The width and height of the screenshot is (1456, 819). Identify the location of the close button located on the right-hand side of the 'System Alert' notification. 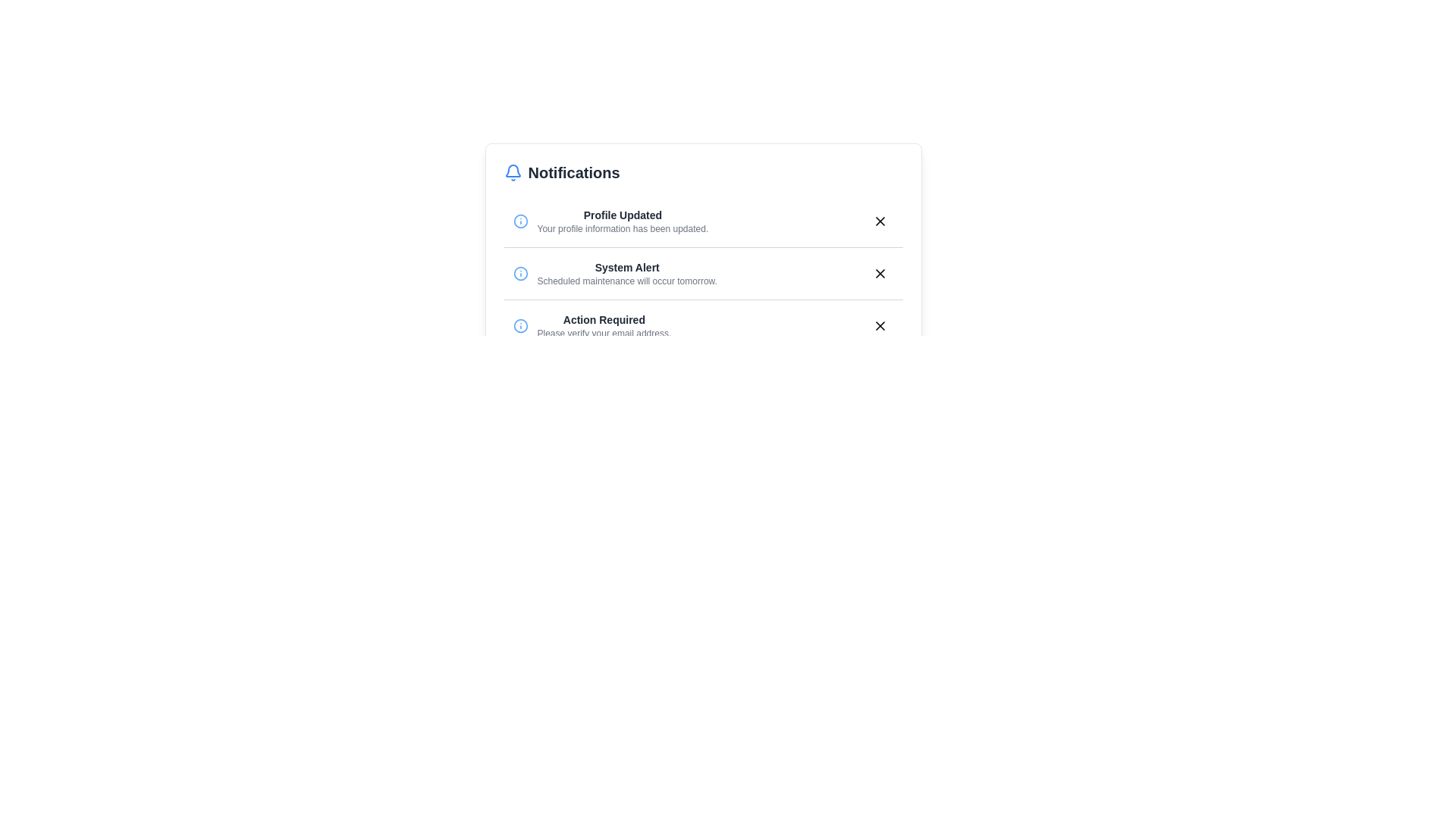
(880, 274).